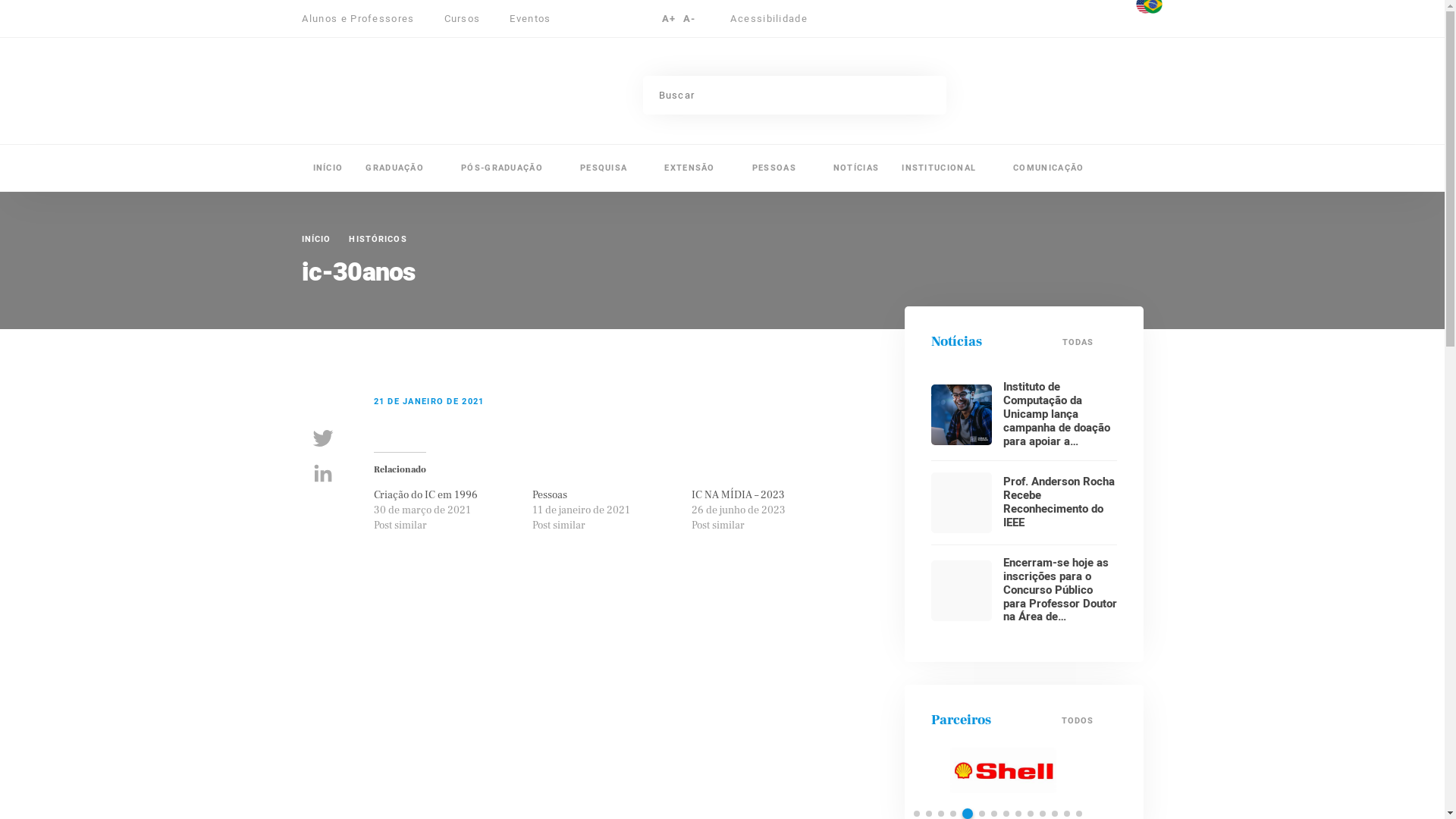 This screenshot has height=819, width=1456. Describe the element at coordinates (365, 18) in the screenshot. I see `'Alunos e Professores'` at that location.